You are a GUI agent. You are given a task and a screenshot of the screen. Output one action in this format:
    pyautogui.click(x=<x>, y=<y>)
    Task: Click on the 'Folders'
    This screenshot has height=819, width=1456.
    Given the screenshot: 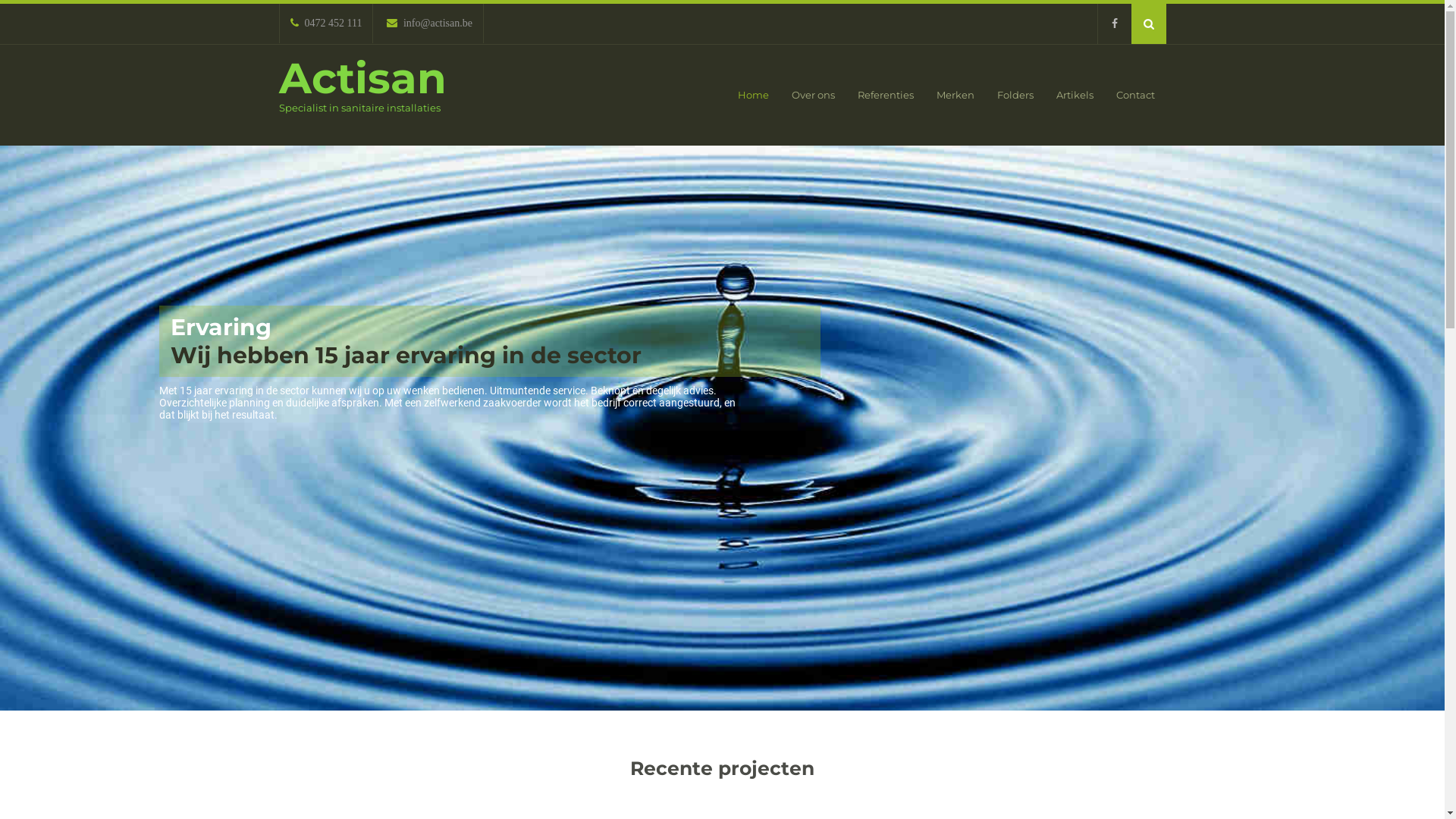 What is the action you would take?
    pyautogui.click(x=1015, y=95)
    